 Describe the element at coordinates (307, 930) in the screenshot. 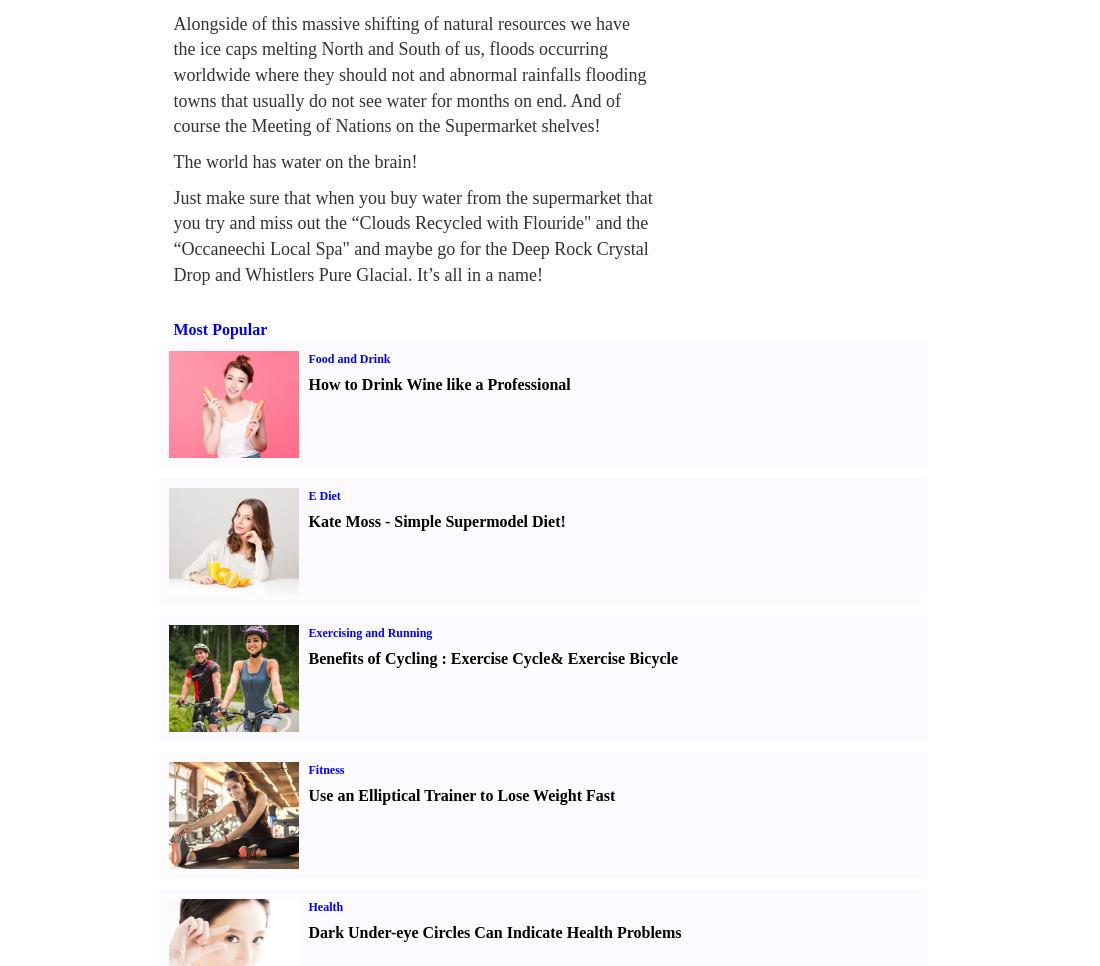

I see `'Dark Under-eye Circles Can Indicate Health Problems'` at that location.